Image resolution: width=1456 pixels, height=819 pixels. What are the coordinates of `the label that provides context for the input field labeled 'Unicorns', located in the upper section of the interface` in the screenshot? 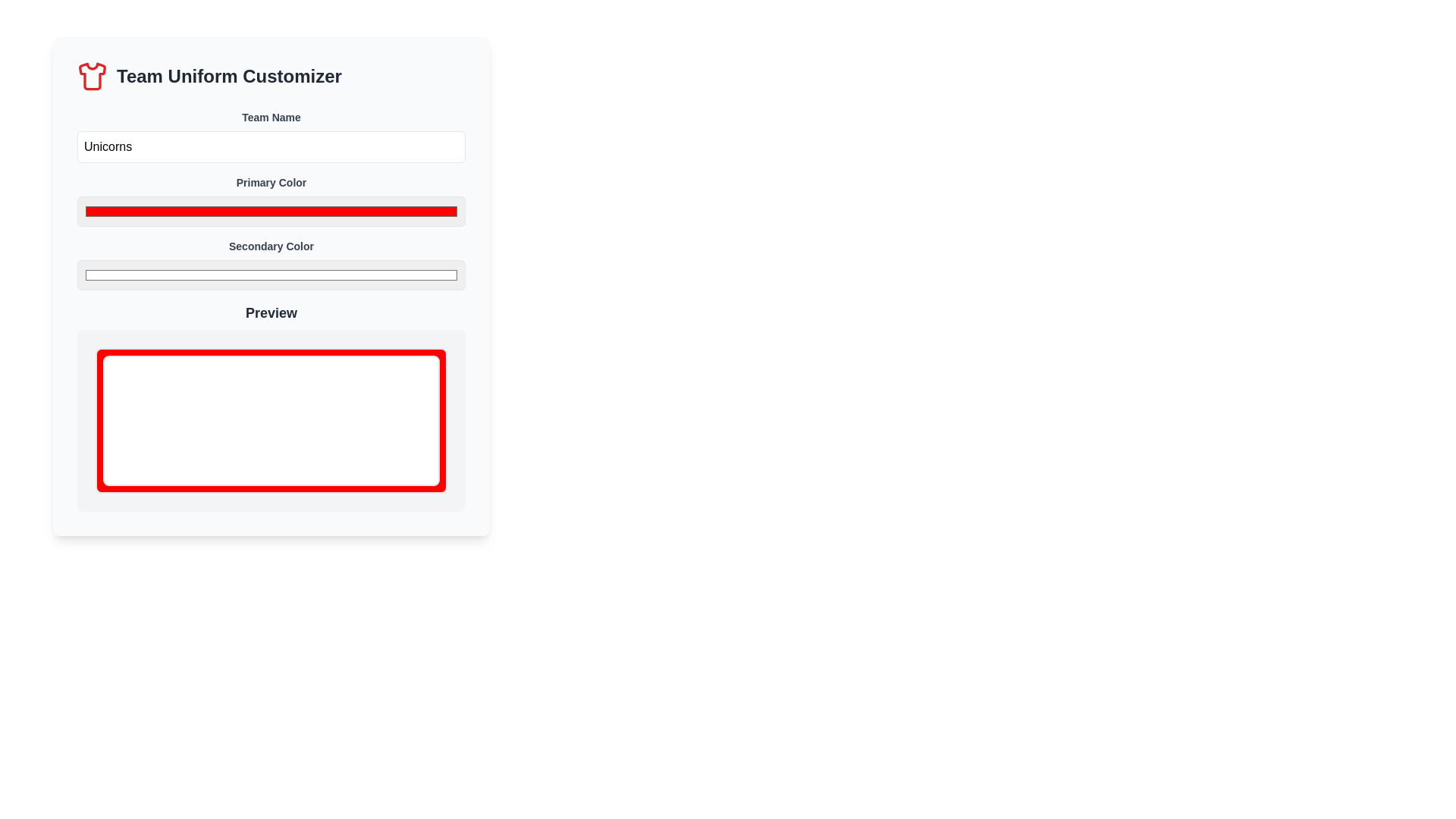 It's located at (271, 116).